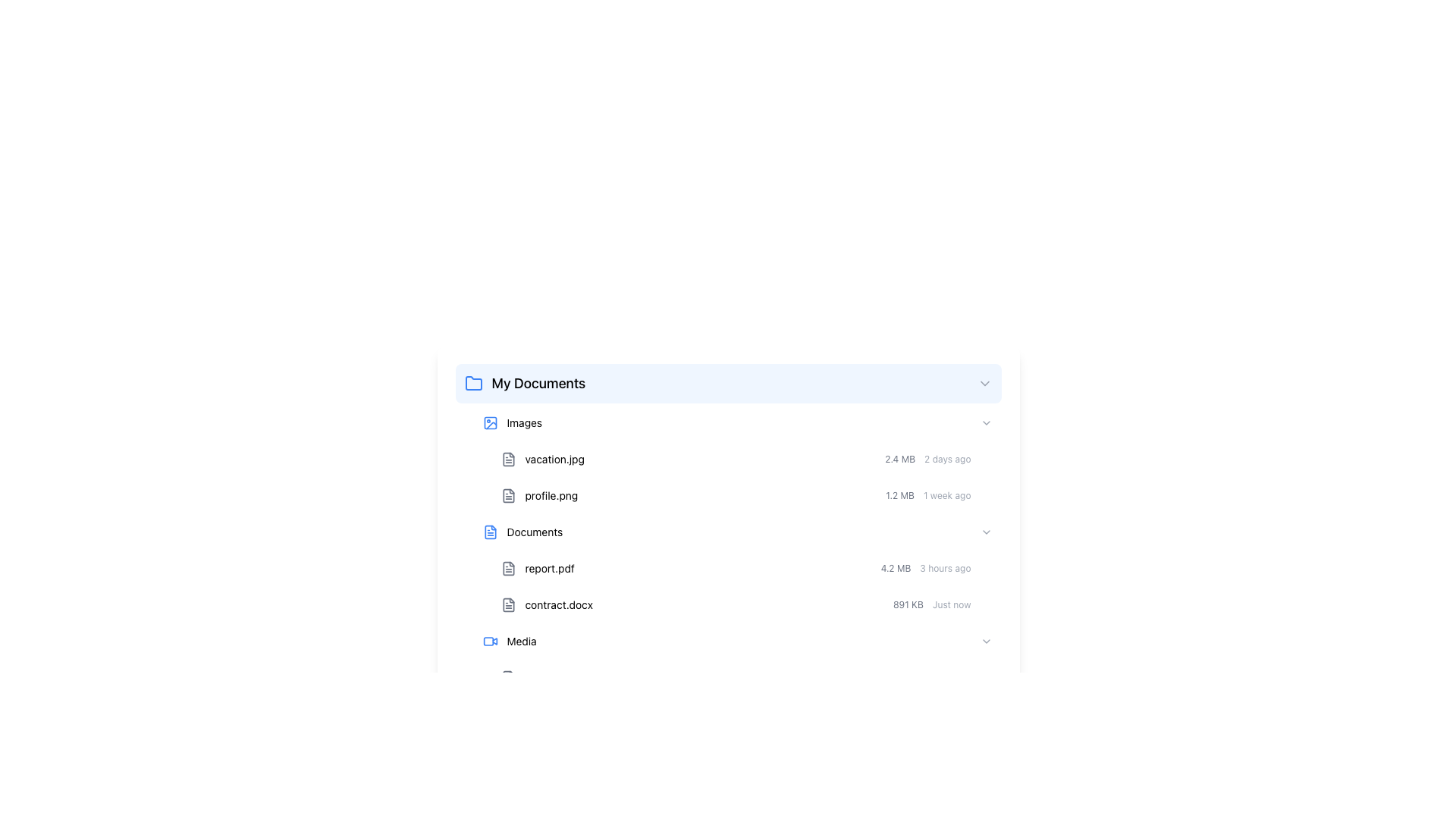 The width and height of the screenshot is (1456, 819). I want to click on text label that displays 'Just now', which is a small, understated gray text located to the right of the '891 KB' label and just left of the download icon, so click(951, 604).